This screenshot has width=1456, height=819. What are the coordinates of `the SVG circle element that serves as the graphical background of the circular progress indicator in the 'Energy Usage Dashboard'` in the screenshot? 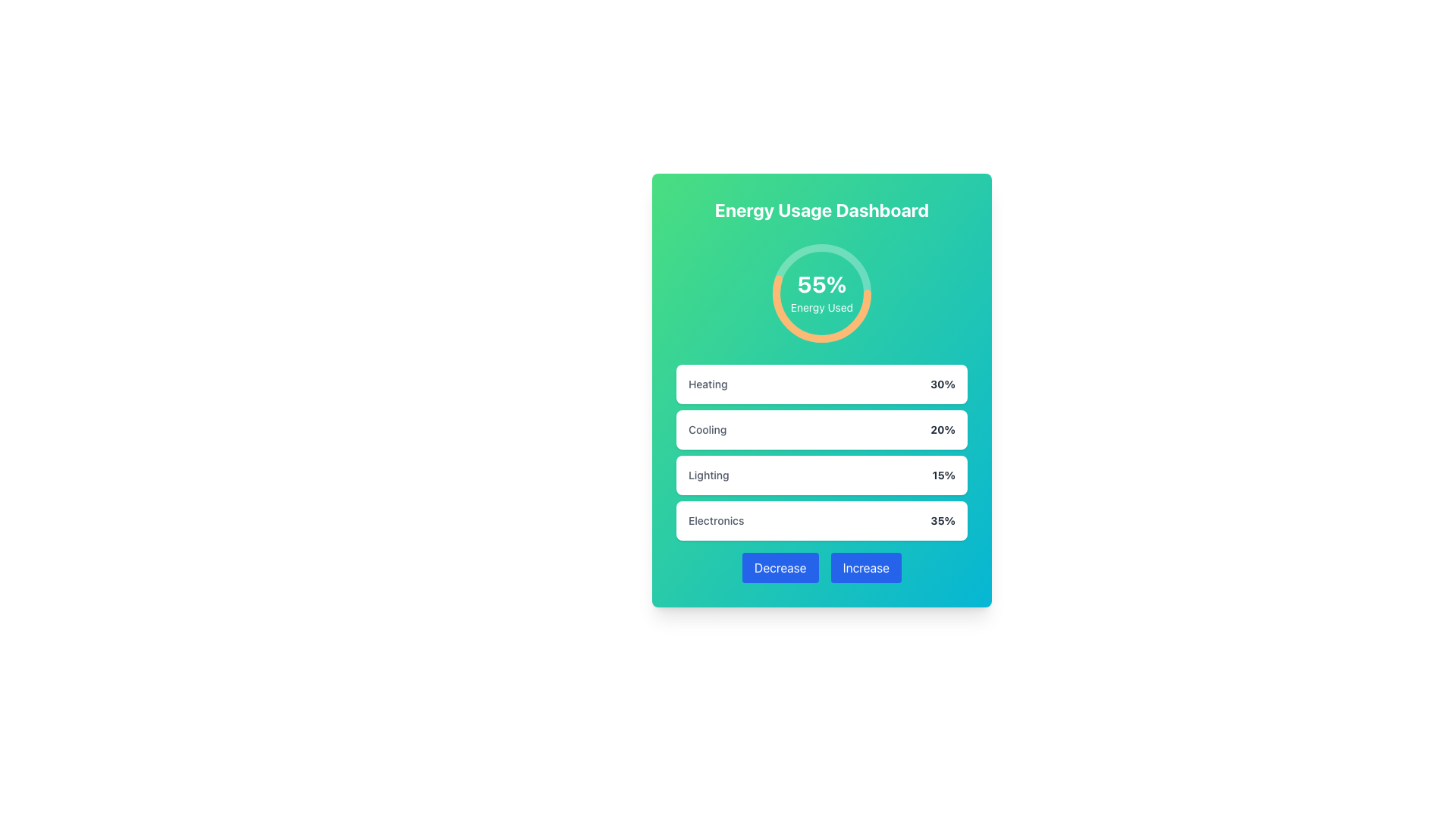 It's located at (821, 293).